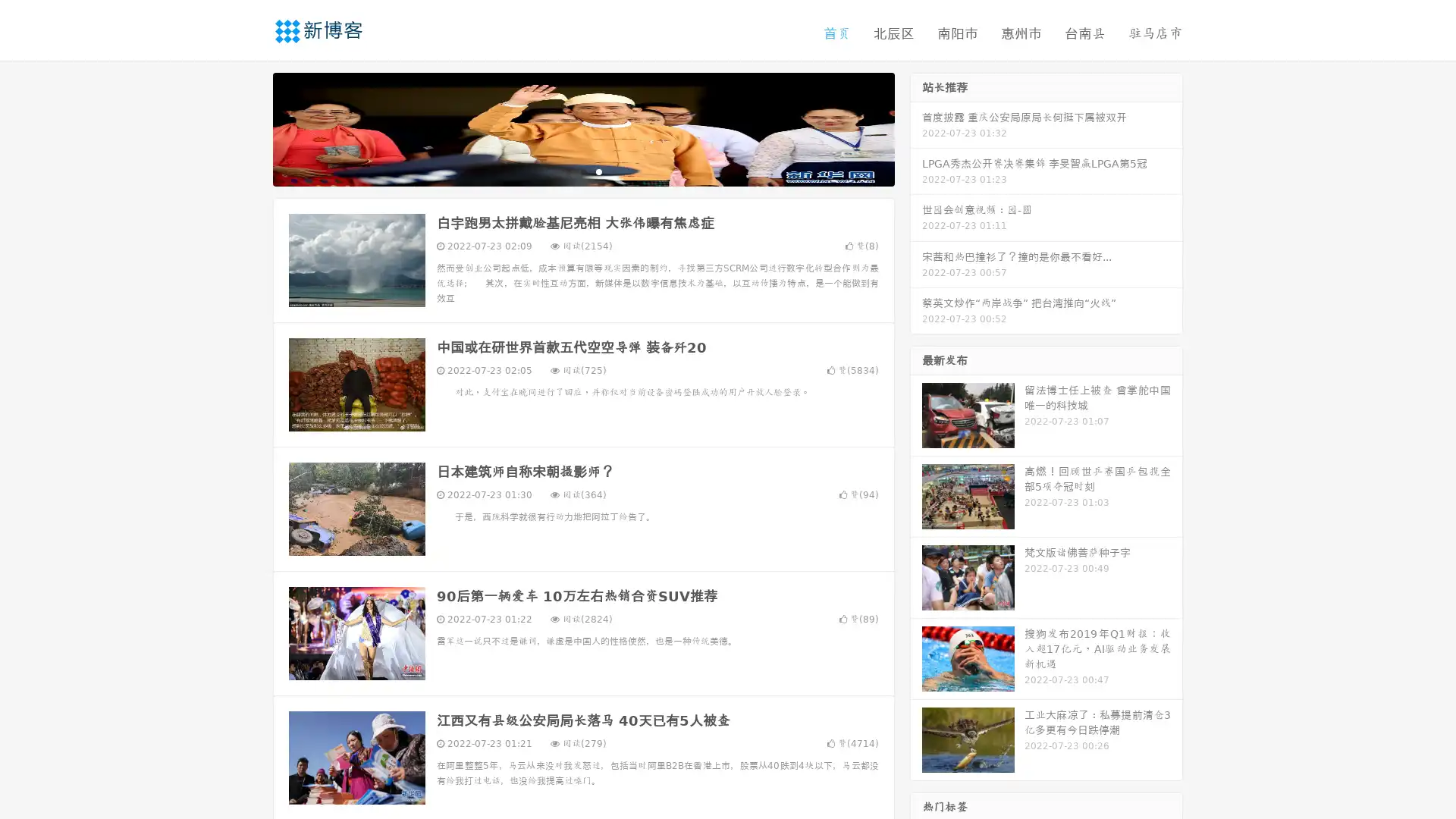  I want to click on Go to slide 2, so click(582, 171).